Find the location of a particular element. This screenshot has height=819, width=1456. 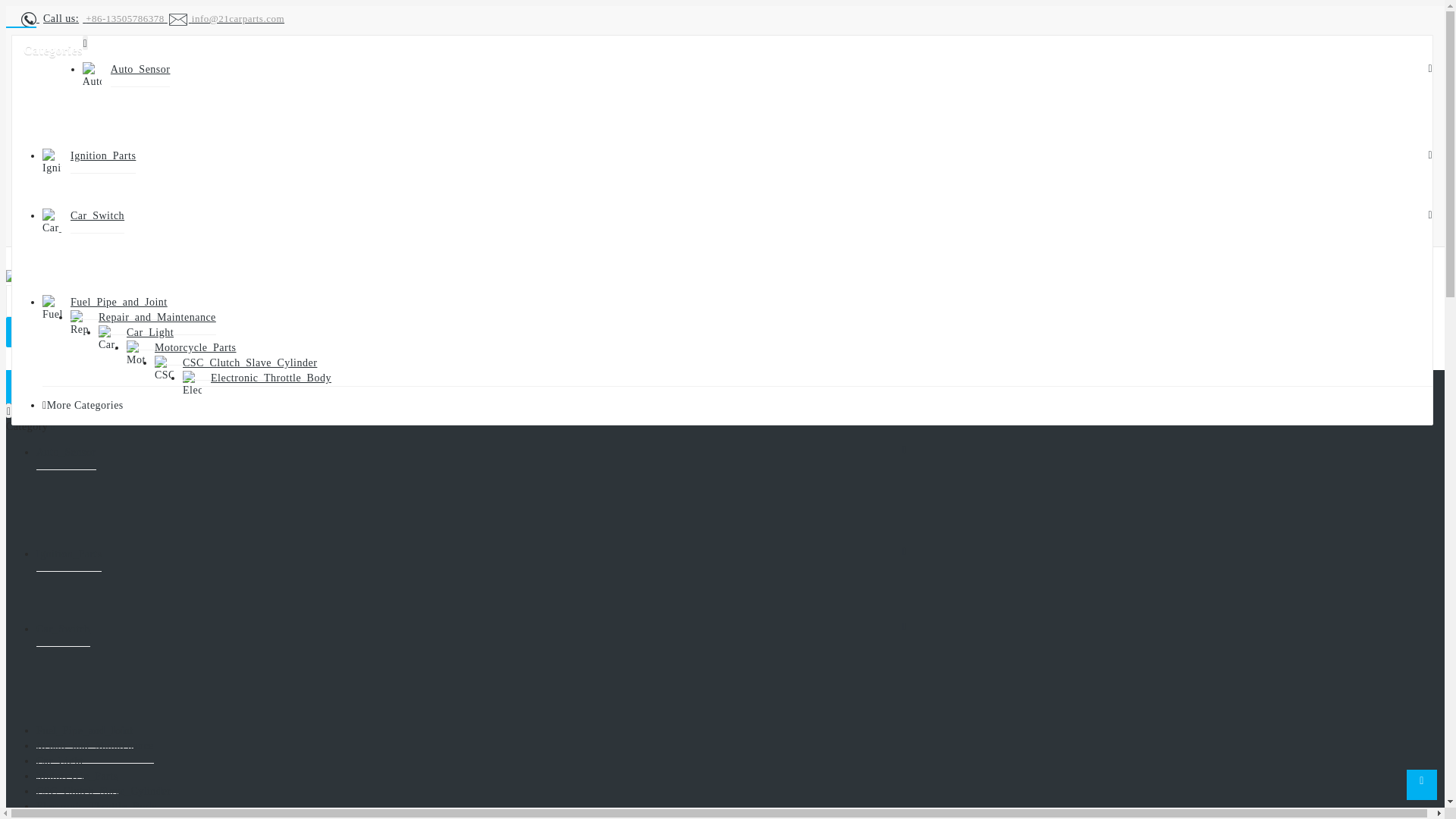

'CATEGORIES' is located at coordinates (65, 385).